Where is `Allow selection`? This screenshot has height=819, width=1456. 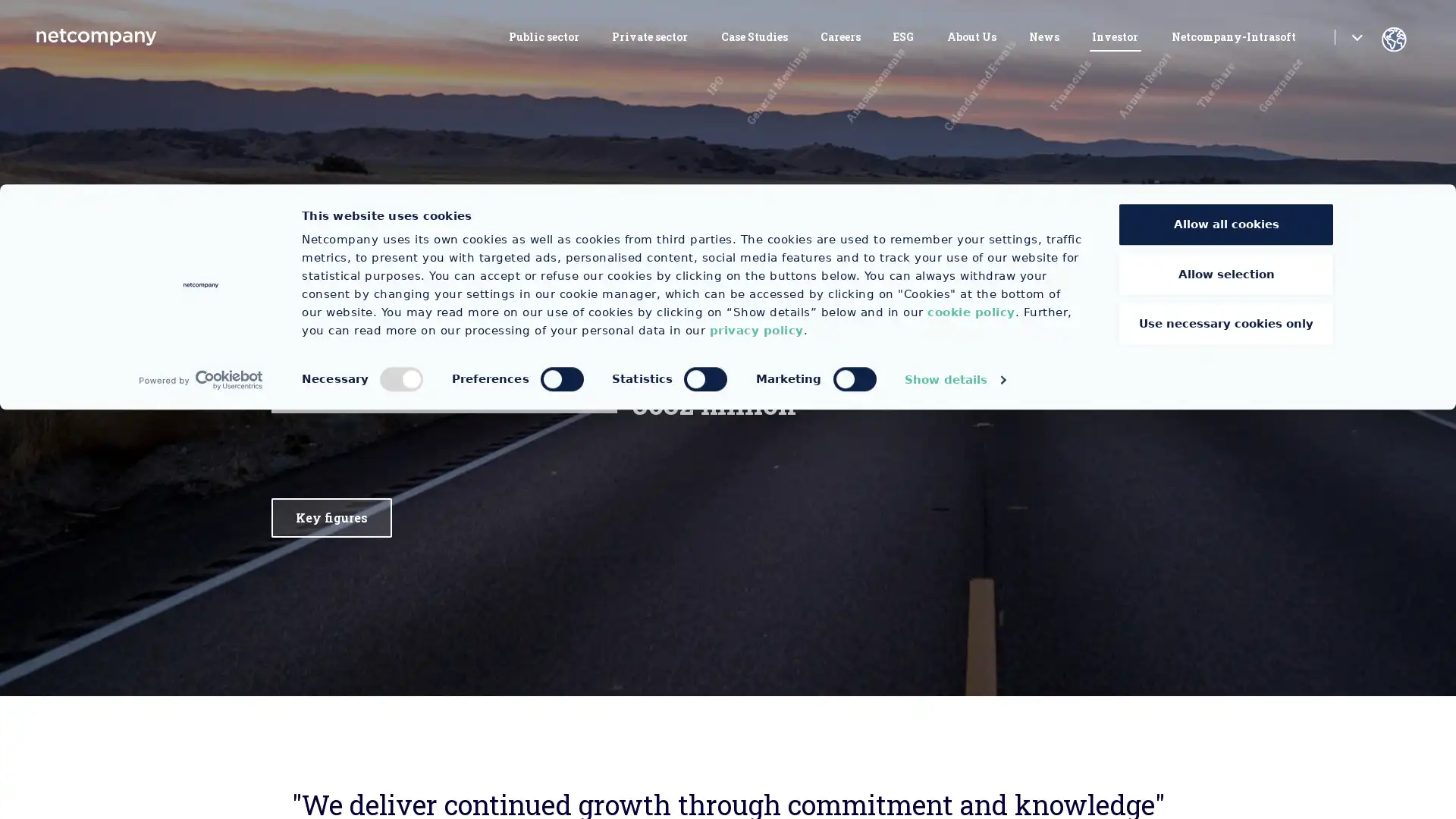 Allow selection is located at coordinates (1226, 683).